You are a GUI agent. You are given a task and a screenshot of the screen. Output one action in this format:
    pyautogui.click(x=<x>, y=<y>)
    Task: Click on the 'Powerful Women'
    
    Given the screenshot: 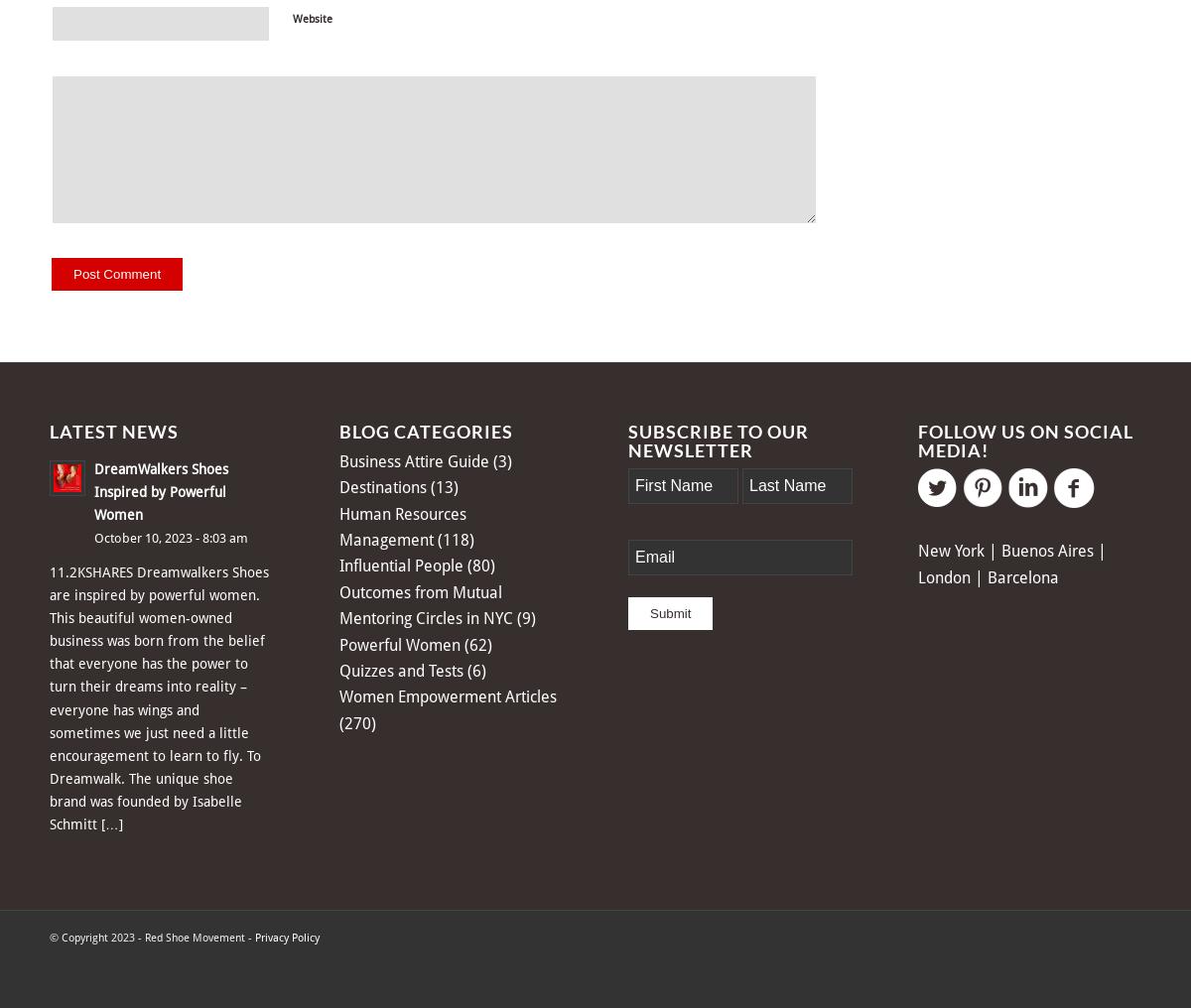 What is the action you would take?
    pyautogui.click(x=338, y=643)
    